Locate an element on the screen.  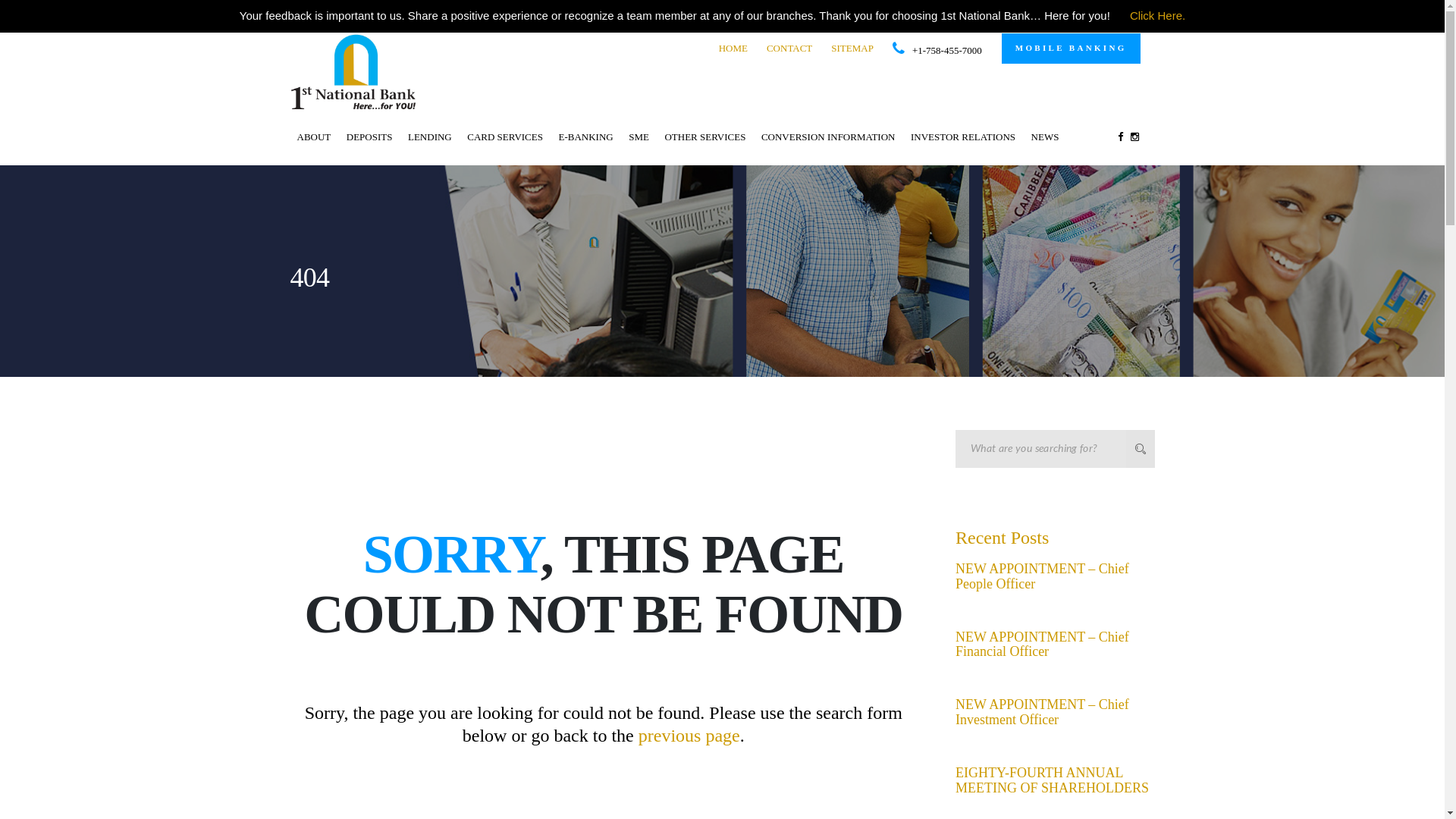
'E-BANKING' is located at coordinates (585, 136).